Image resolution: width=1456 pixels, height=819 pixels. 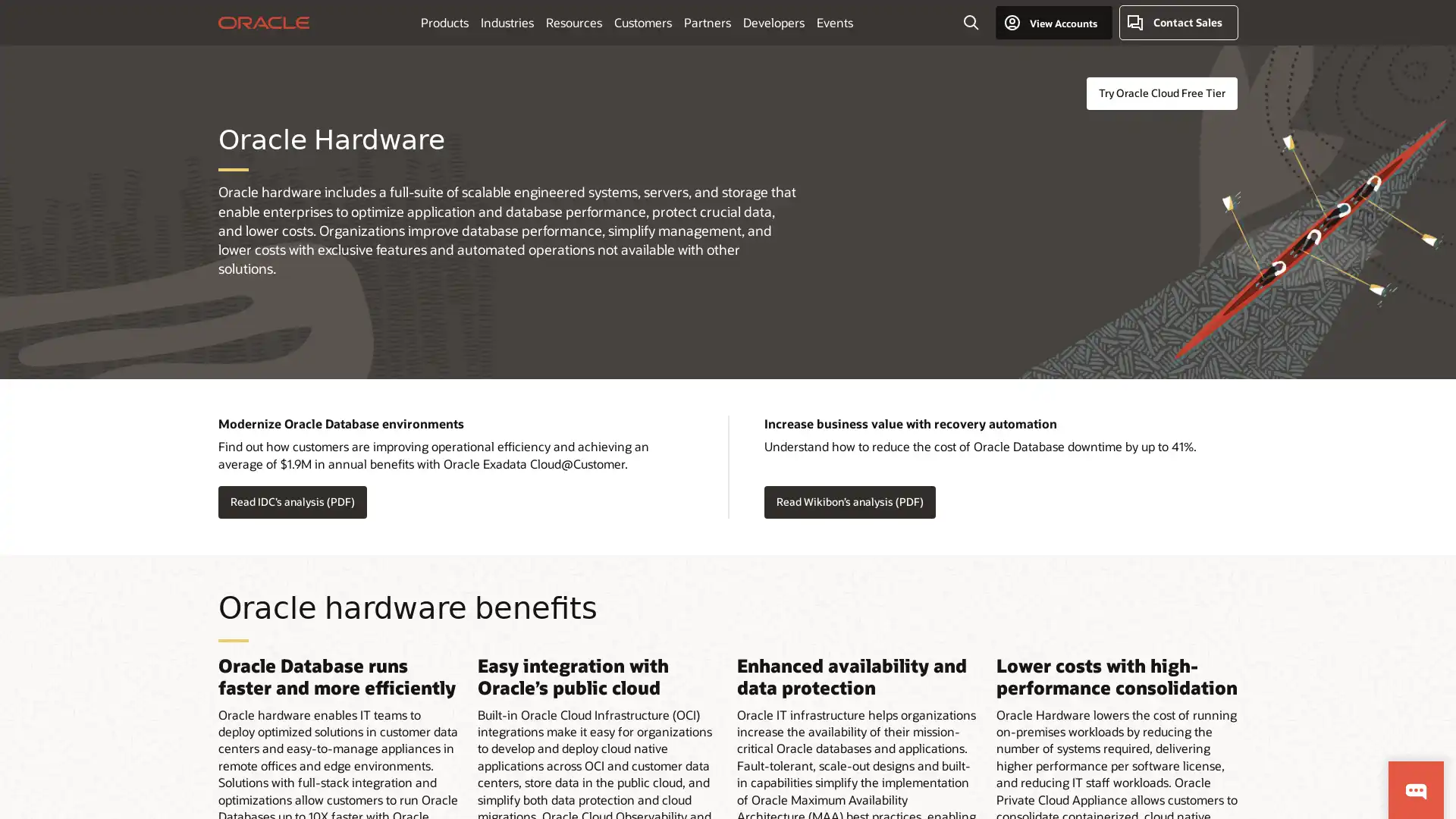 I want to click on Developers, so click(x=773, y=22).